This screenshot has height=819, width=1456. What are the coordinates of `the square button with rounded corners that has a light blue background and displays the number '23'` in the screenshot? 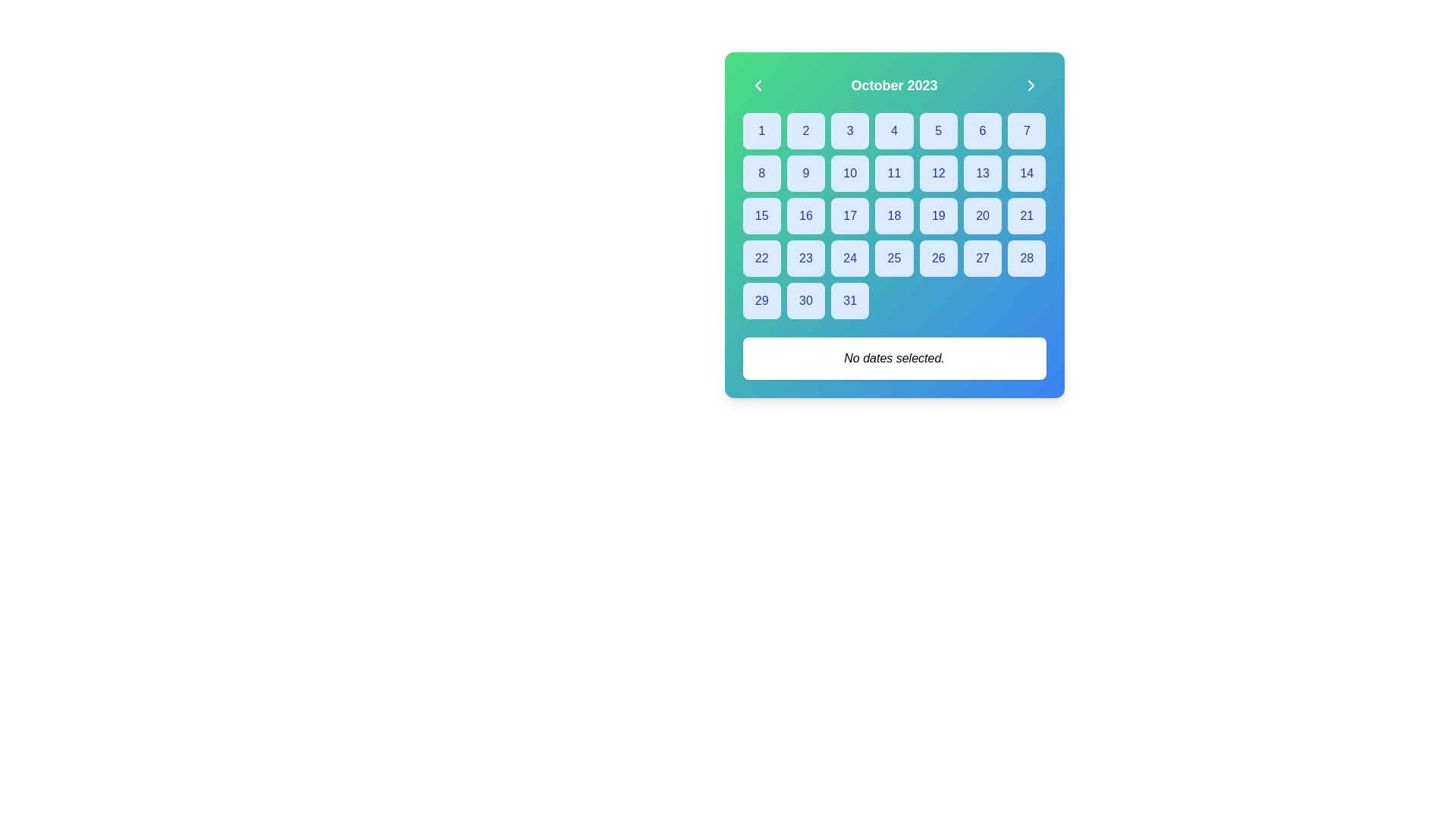 It's located at (805, 257).